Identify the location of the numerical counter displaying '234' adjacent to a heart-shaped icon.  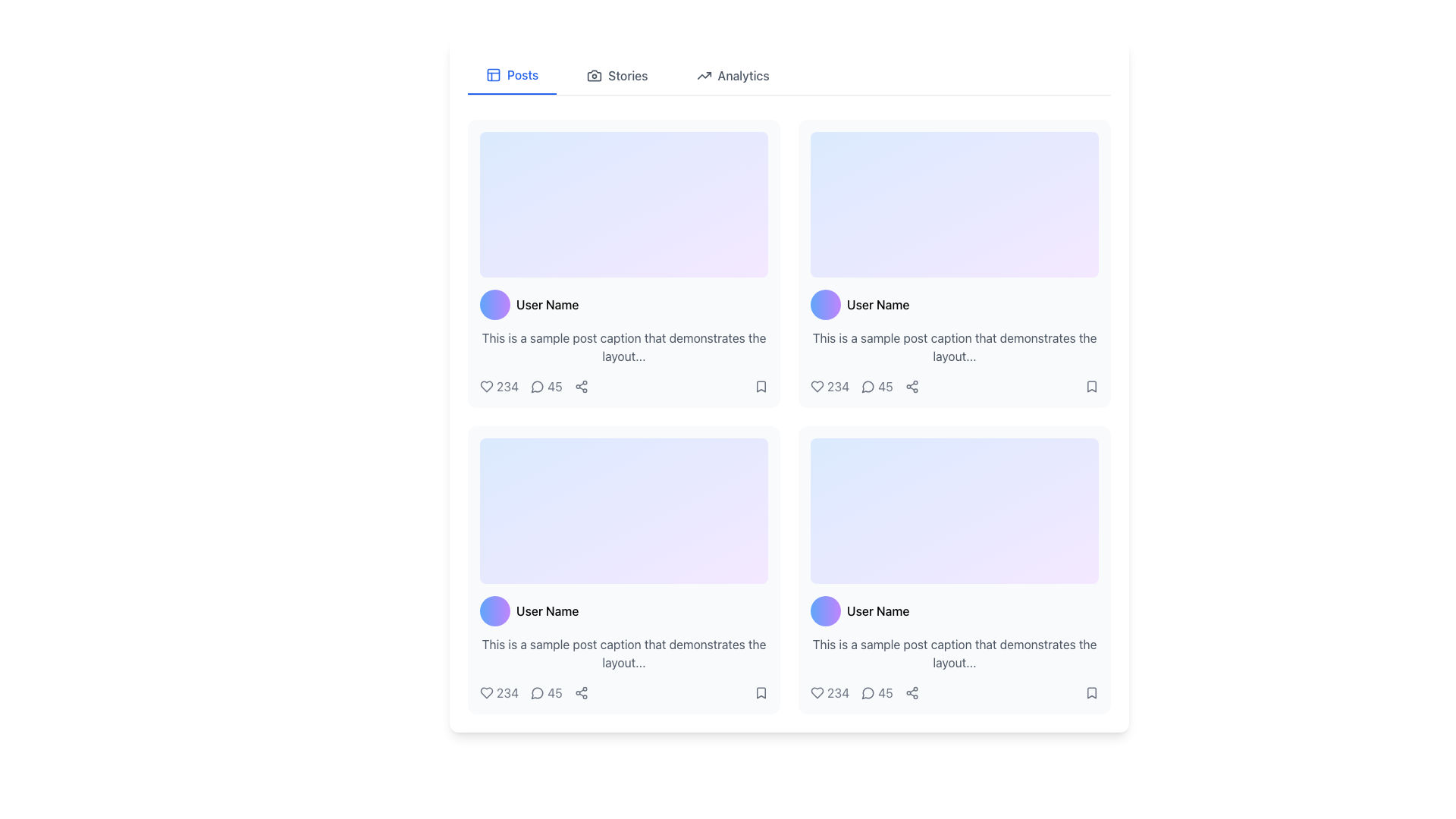
(829, 693).